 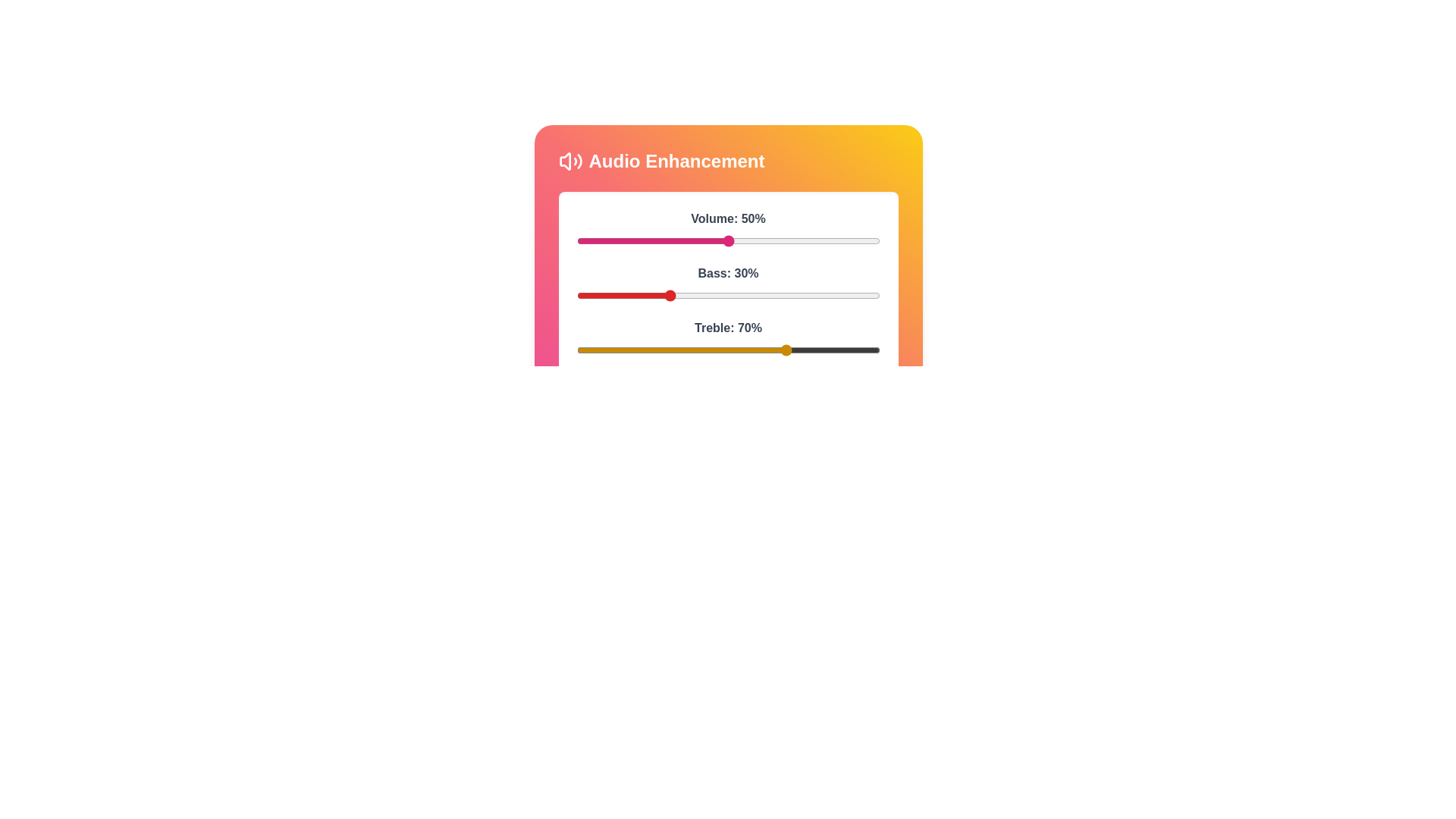 What do you see at coordinates (652, 295) in the screenshot?
I see `the bass level` at bounding box center [652, 295].